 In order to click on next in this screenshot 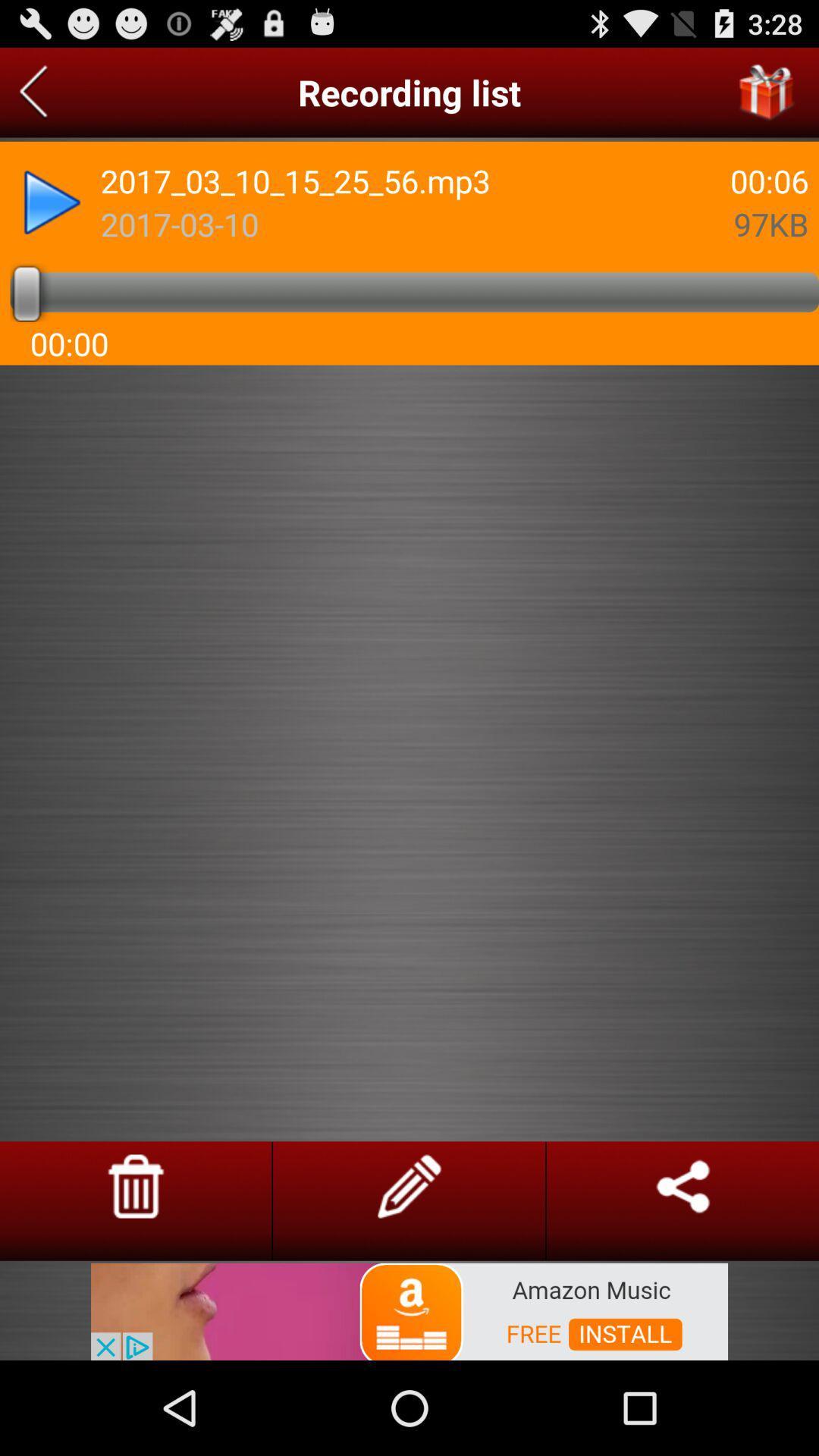, I will do `click(52, 202)`.